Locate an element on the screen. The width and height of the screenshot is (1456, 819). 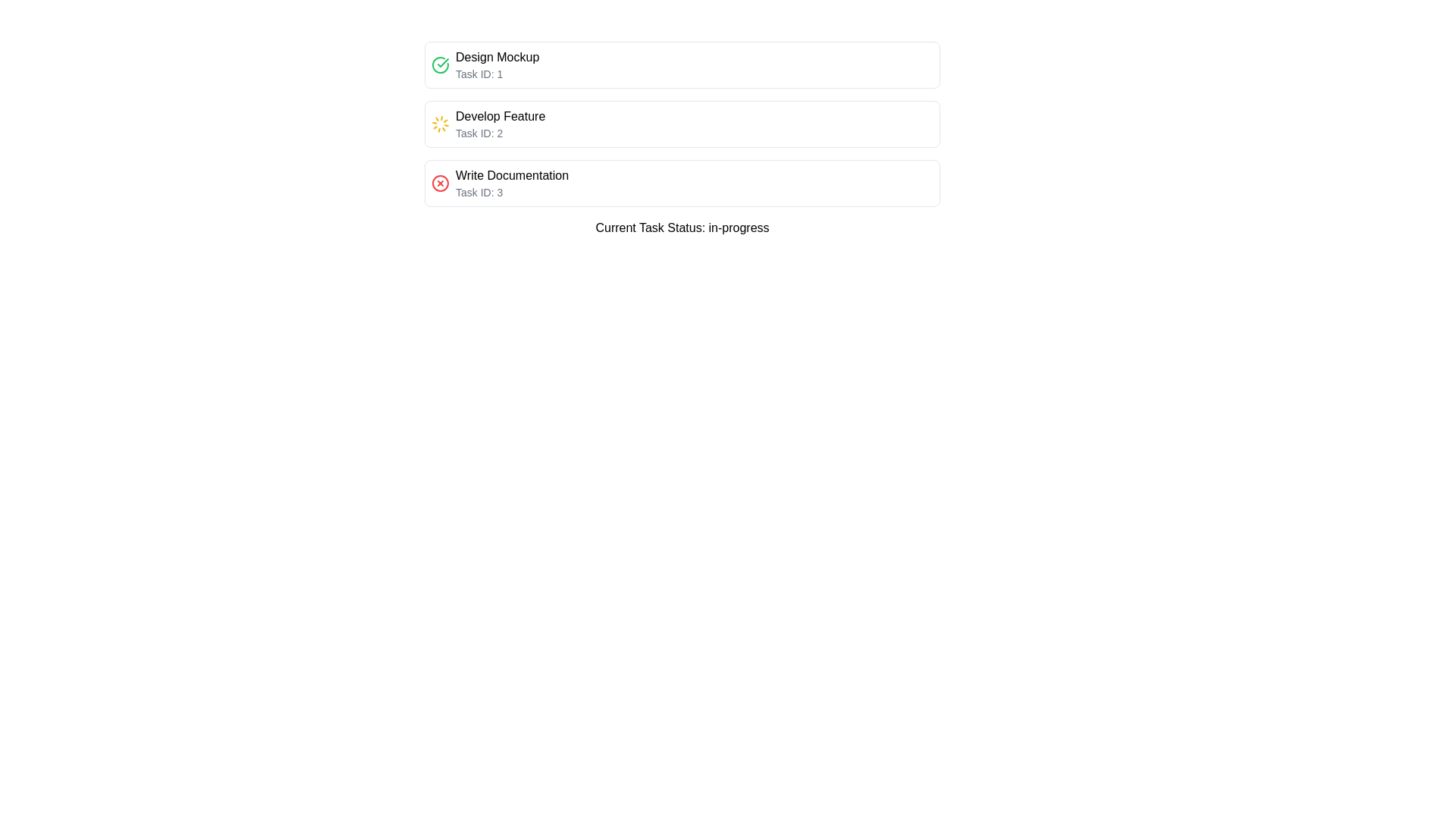
the Text item displaying the task's name and Task ID, located in the first row of the vertical list of task items, positioned to the right of a green checkmark icon is located at coordinates (497, 64).